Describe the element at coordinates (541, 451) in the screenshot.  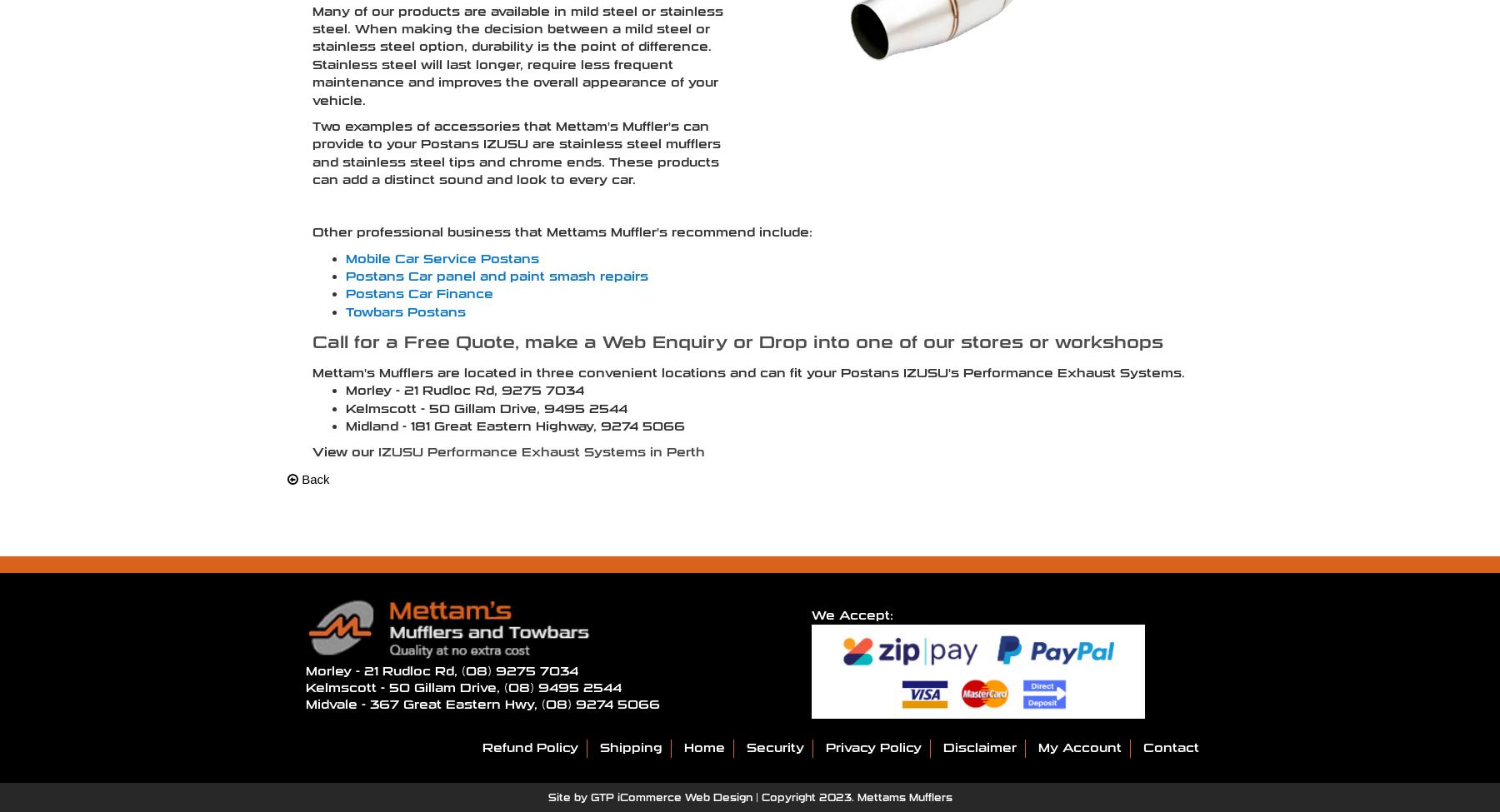
I see `'IZUSU Performance Exhaust Systems in Perth'` at that location.